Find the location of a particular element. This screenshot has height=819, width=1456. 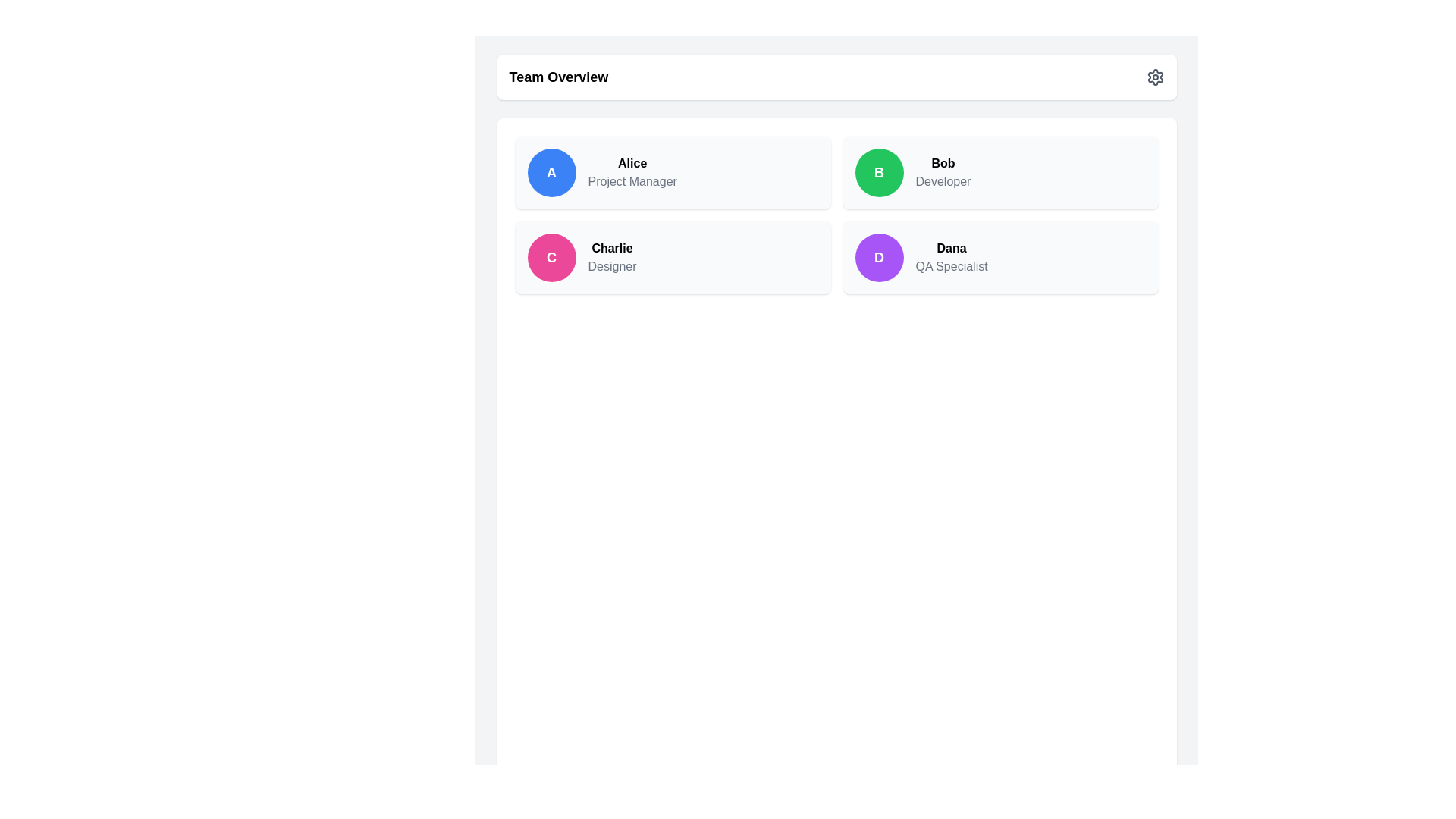

the settings icon located in the top-right corner of the main interface is located at coordinates (1154, 77).